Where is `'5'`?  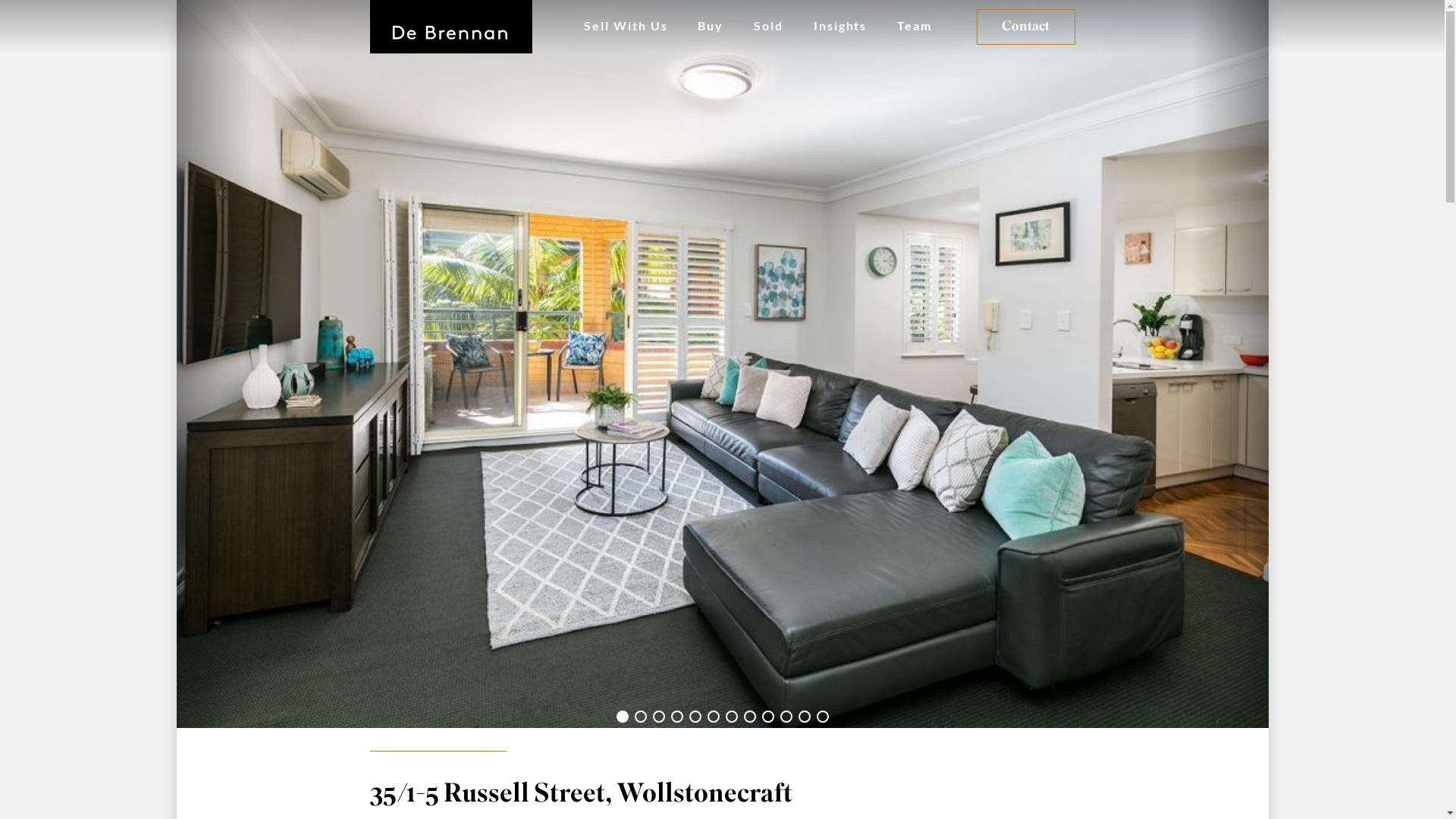
'5' is located at coordinates (694, 717).